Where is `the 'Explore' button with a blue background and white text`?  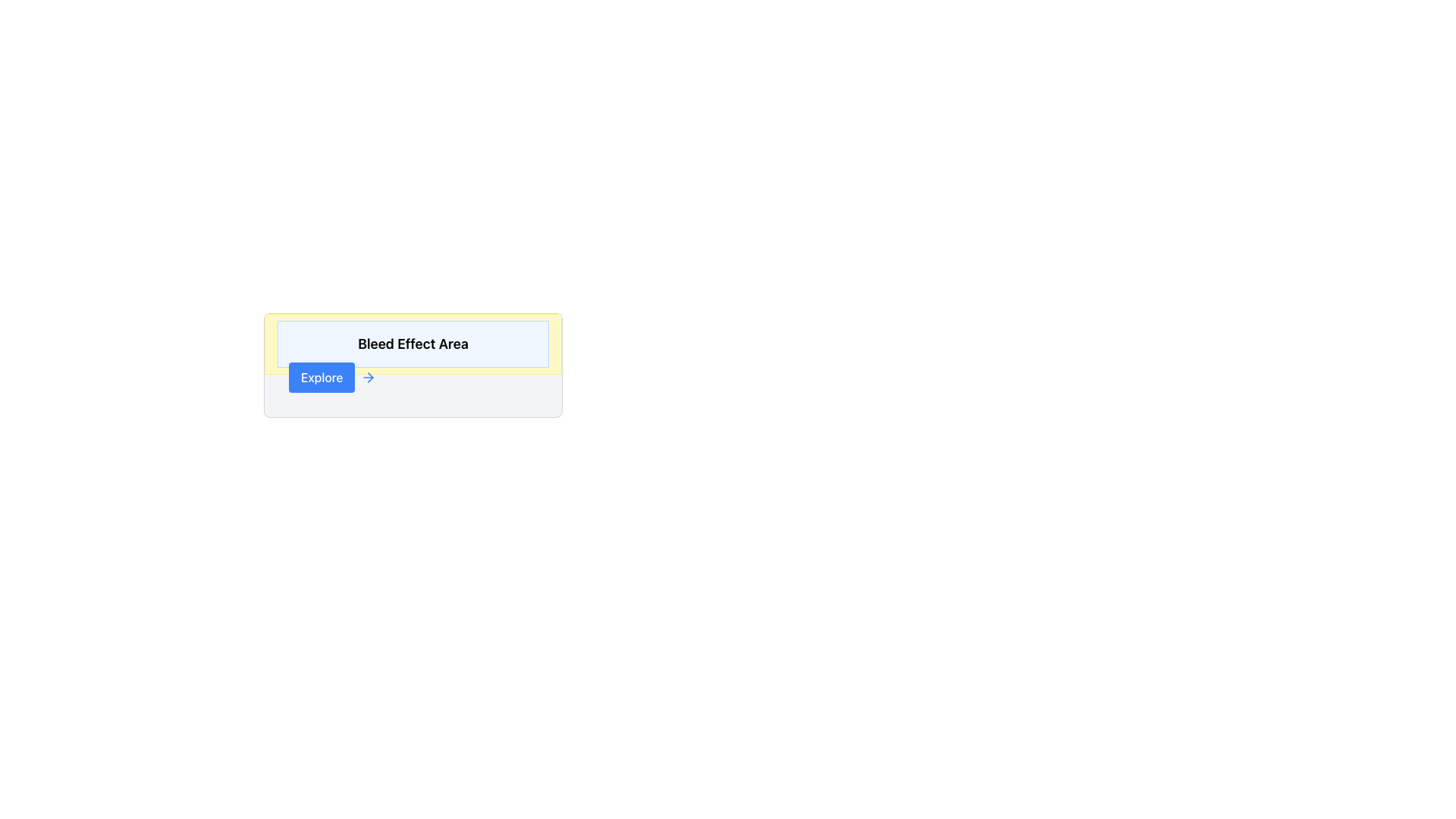 the 'Explore' button with a blue background and white text is located at coordinates (321, 376).